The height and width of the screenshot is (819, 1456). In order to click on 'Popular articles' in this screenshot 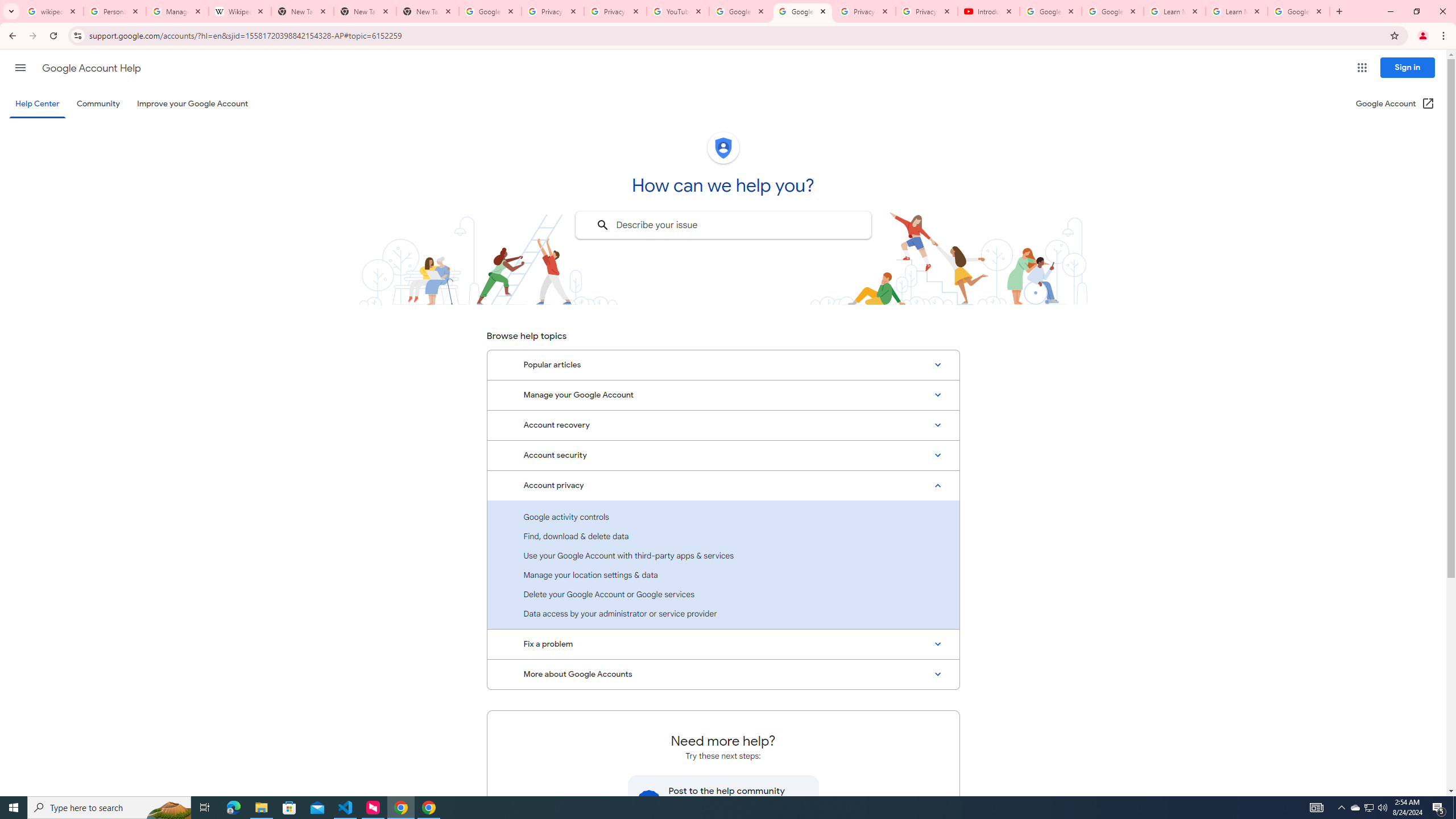, I will do `click(723, 365)`.